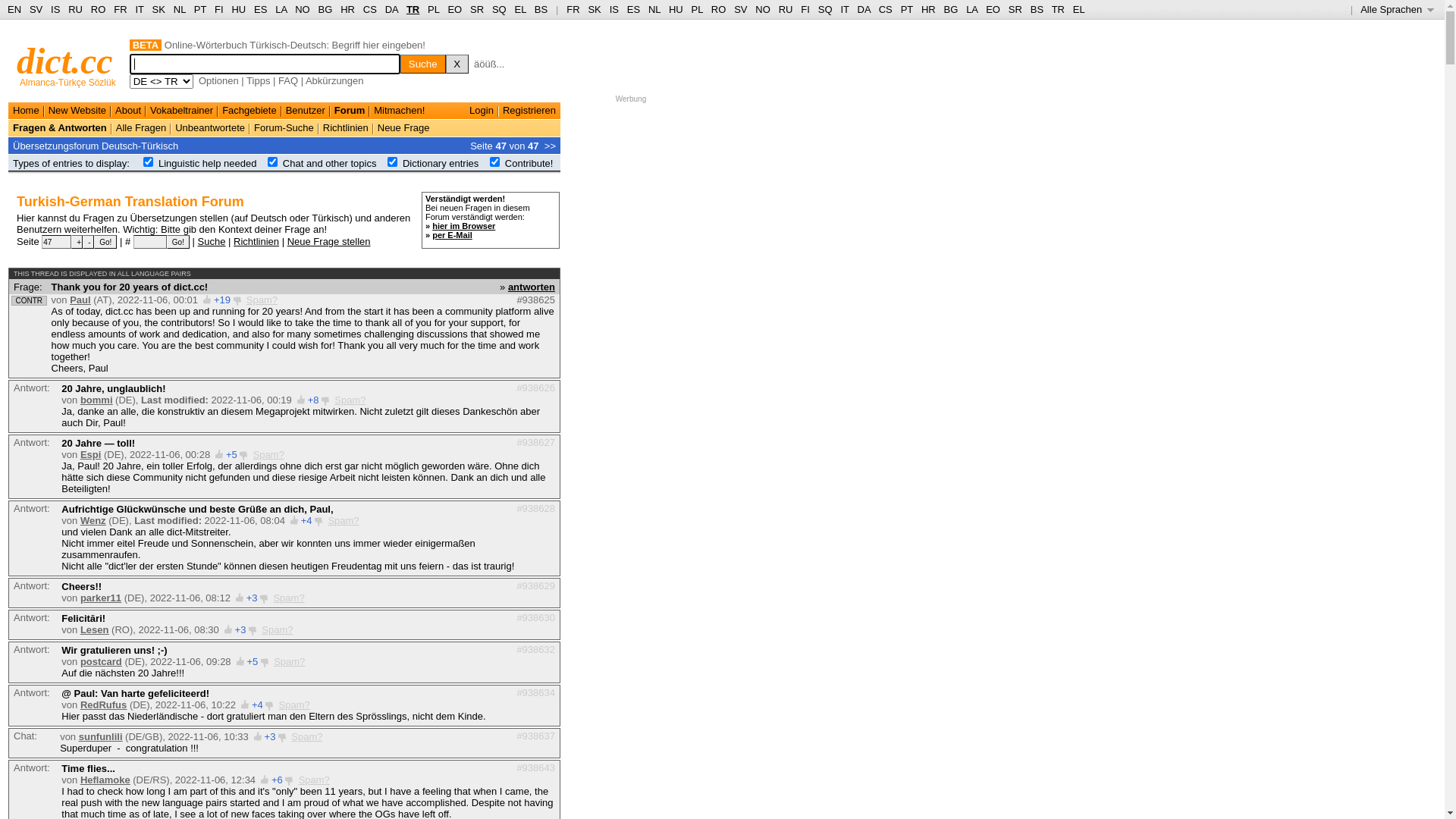 This screenshot has height=819, width=1456. I want to click on 'Spam?', so click(289, 661).